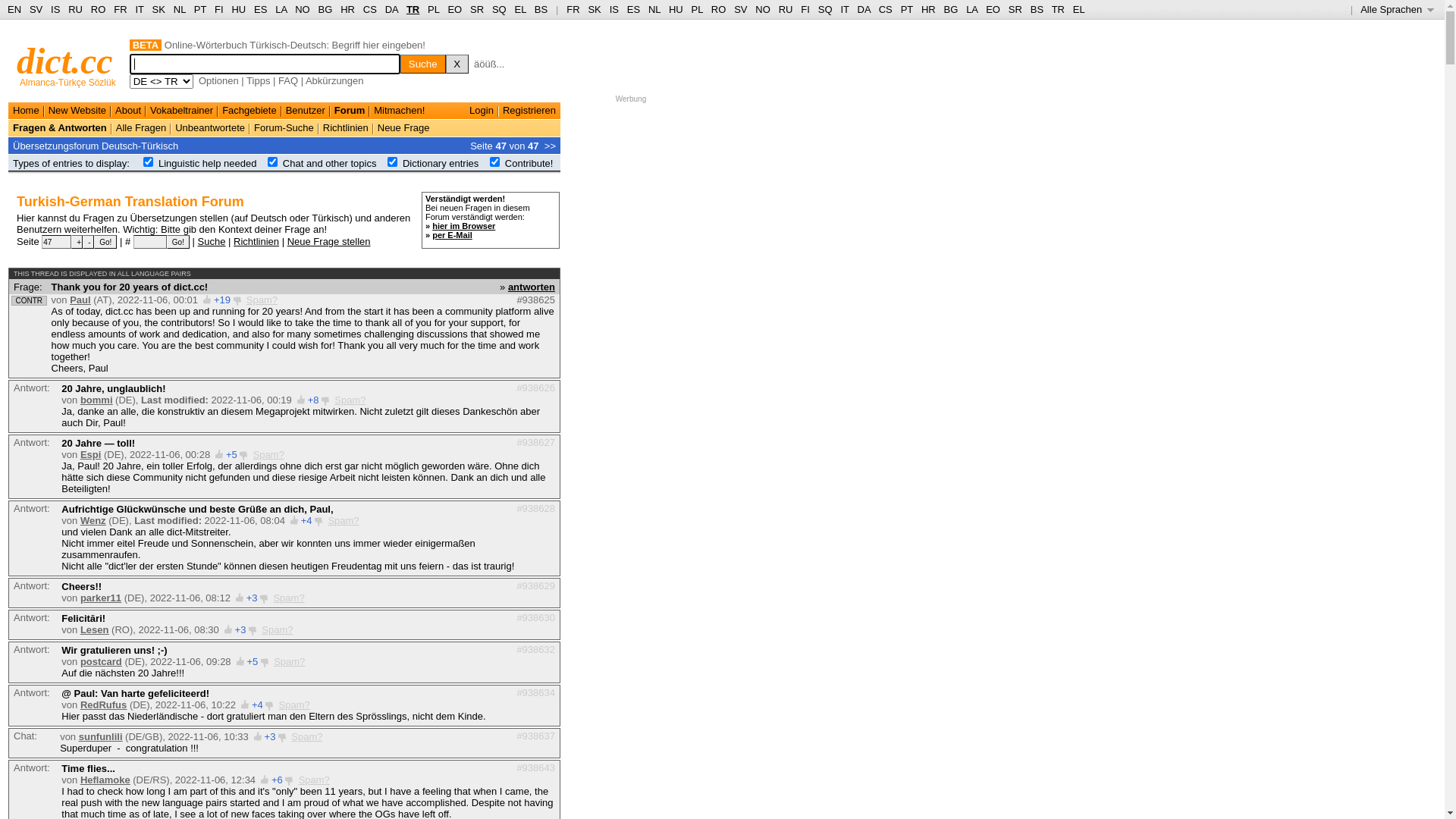 This screenshot has height=819, width=1456. I want to click on 'Spam?', so click(289, 661).